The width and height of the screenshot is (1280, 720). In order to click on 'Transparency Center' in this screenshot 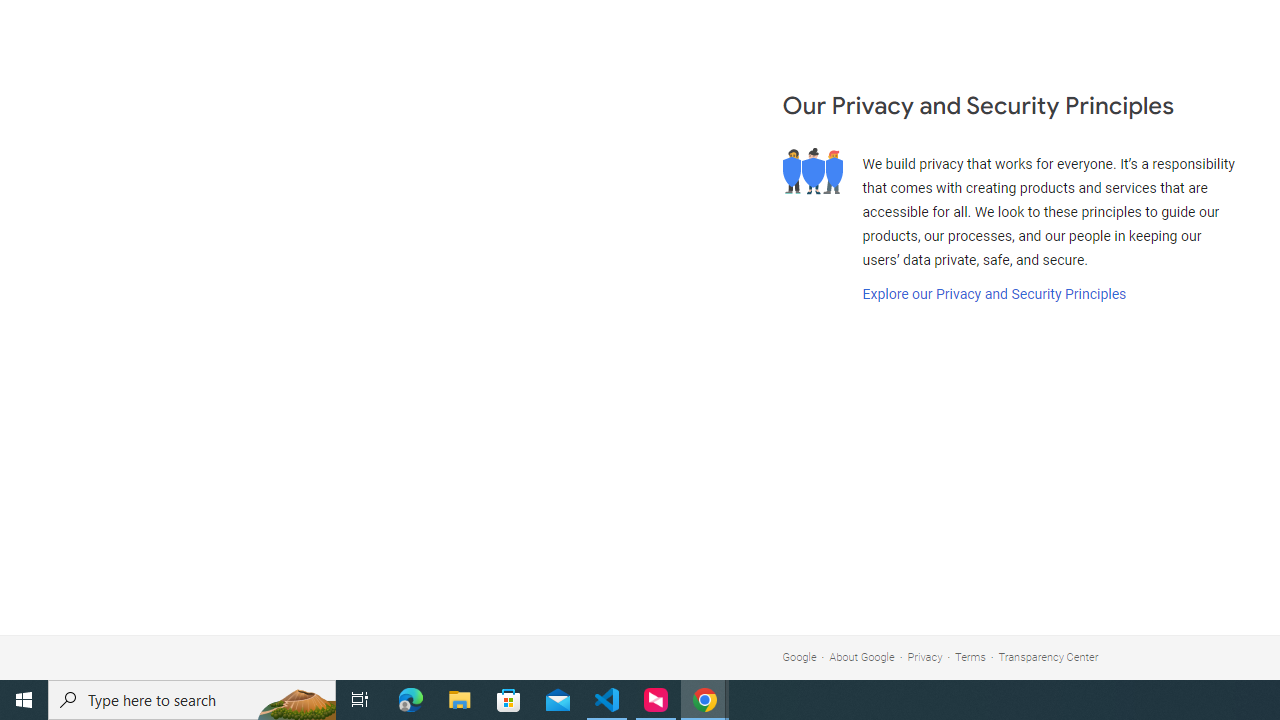, I will do `click(1047, 657)`.